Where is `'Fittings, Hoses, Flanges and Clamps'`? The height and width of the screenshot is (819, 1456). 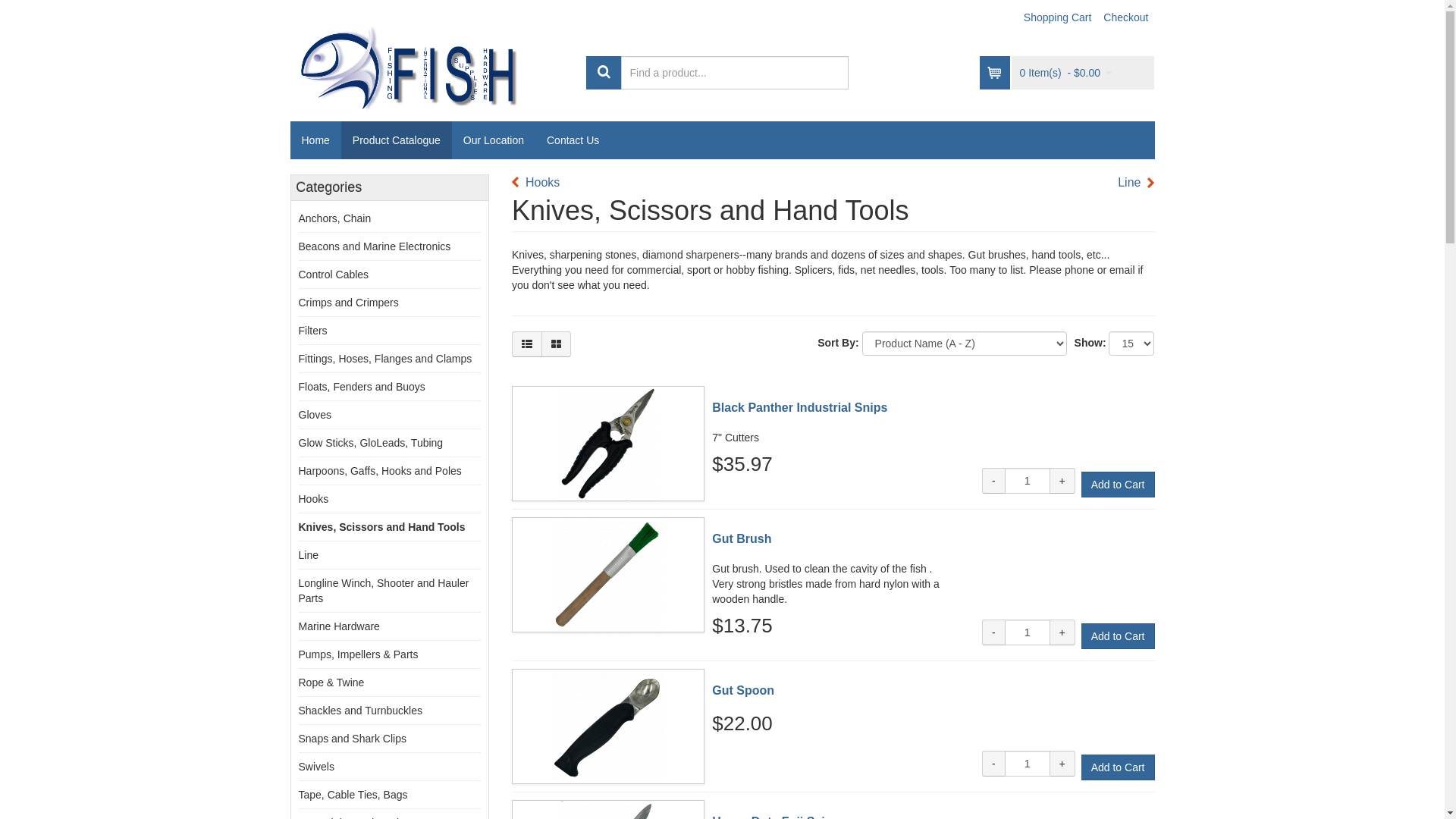 'Fittings, Hoses, Flanges and Clamps' is located at coordinates (385, 359).